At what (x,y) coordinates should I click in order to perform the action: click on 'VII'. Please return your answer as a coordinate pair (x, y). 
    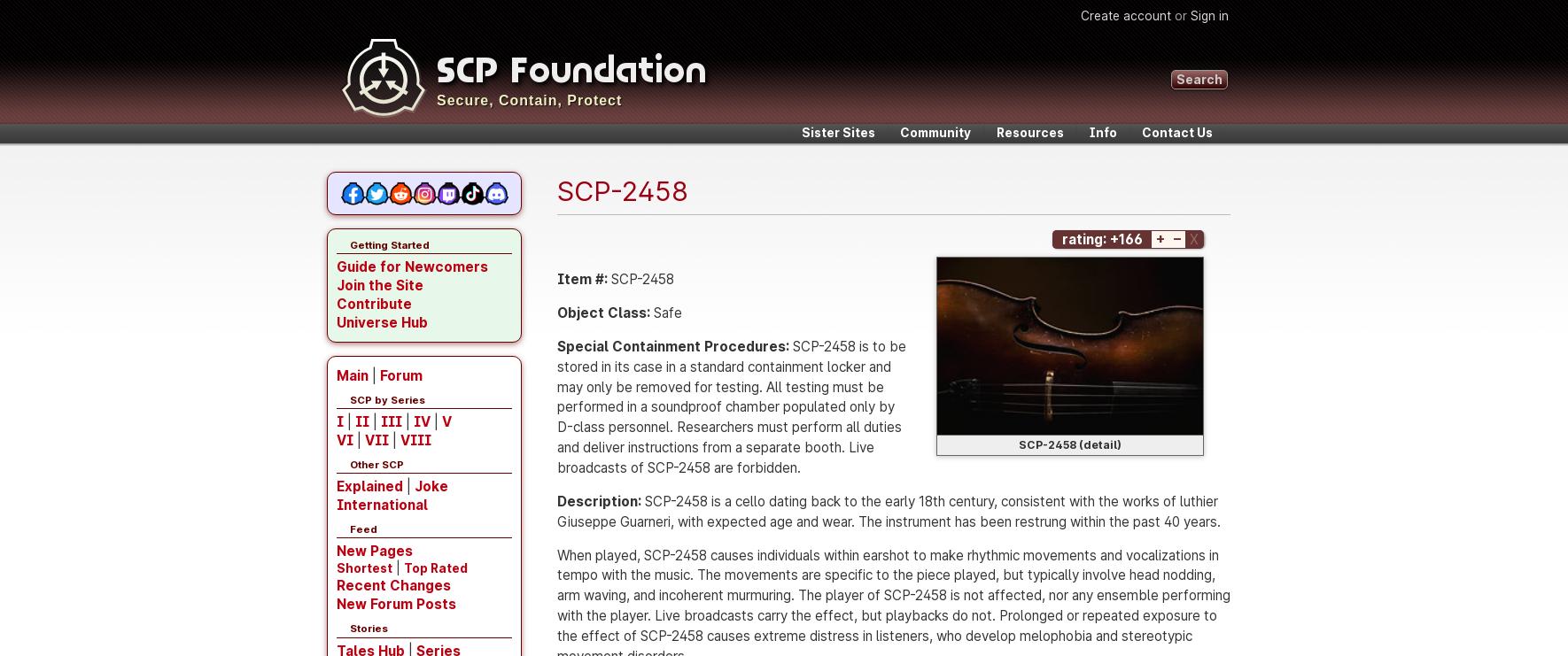
    Looking at the image, I should click on (376, 440).